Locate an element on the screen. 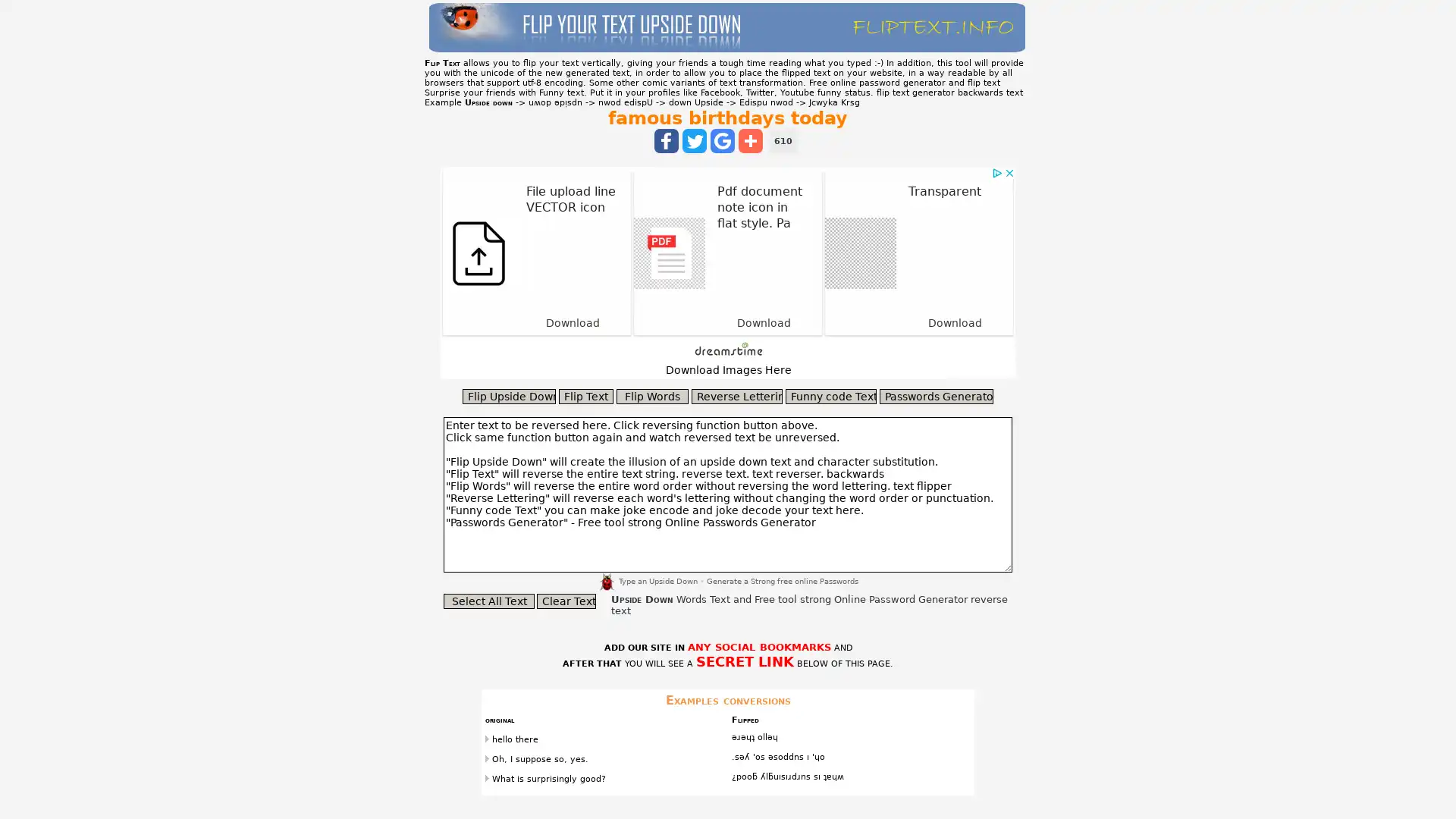 The image size is (1456, 819). Reverse Lettering is located at coordinates (736, 396).